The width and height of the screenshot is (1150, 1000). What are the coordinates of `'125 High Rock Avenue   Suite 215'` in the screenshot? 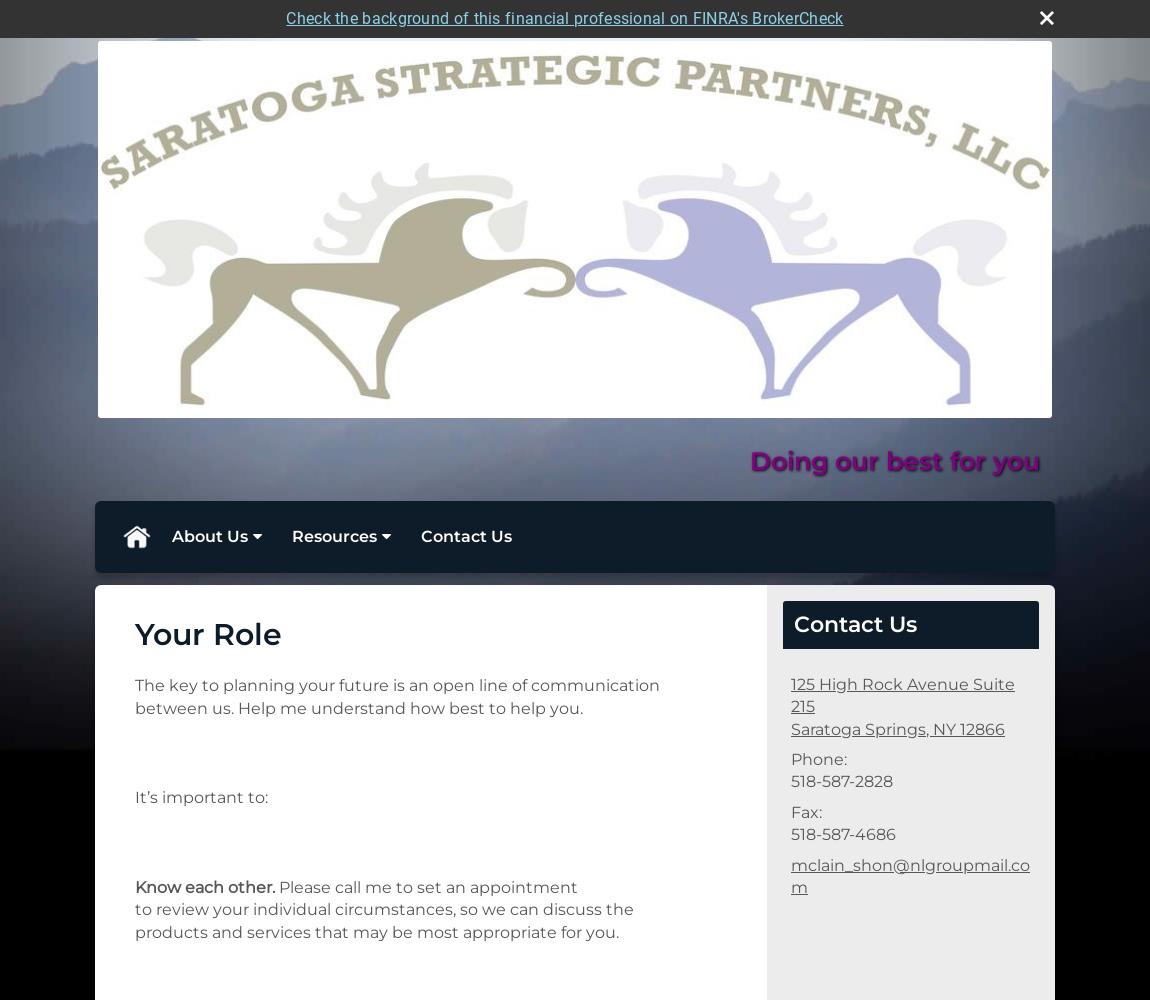 It's located at (902, 694).